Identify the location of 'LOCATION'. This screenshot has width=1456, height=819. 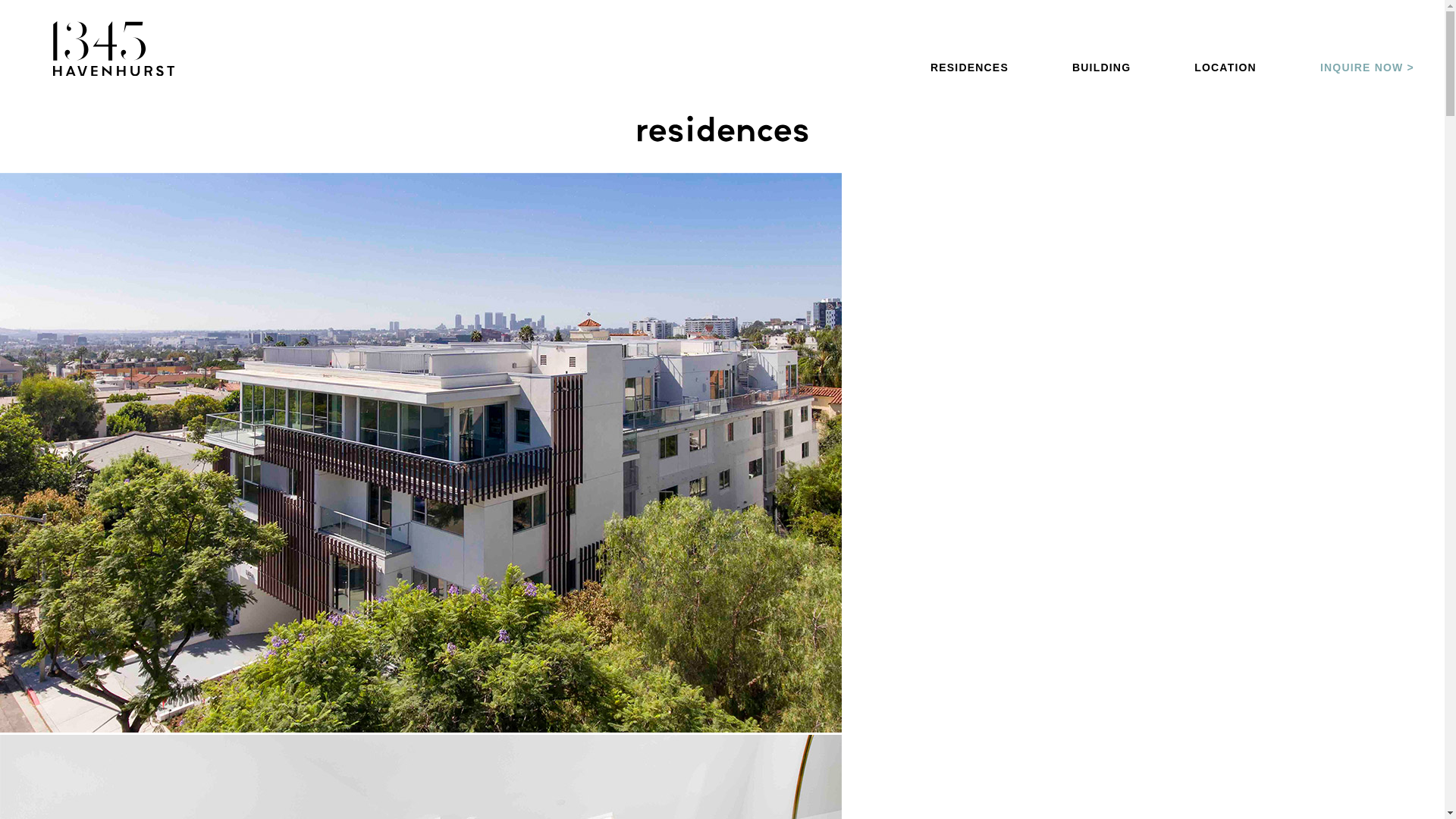
(1225, 66).